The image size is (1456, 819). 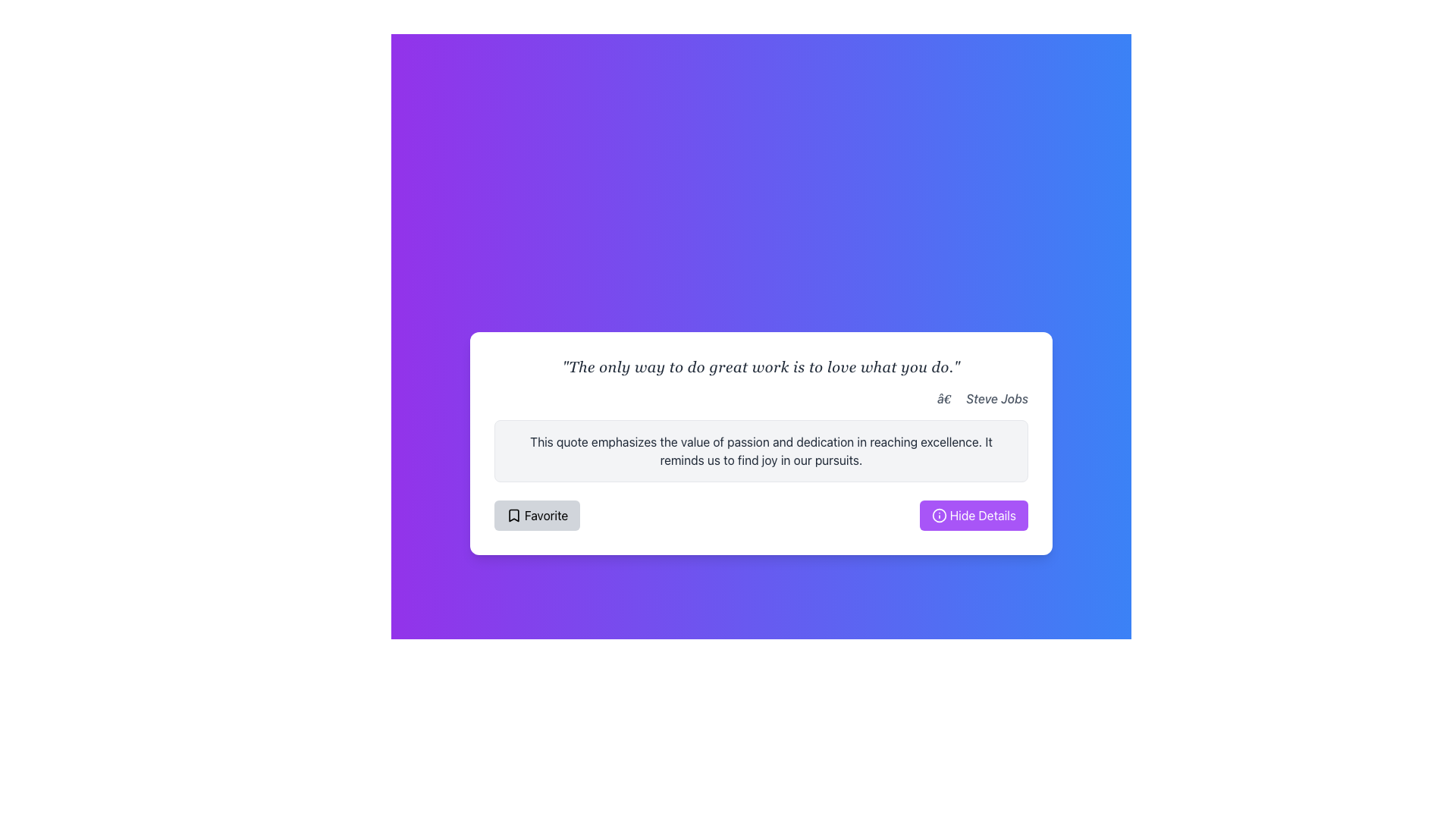 What do you see at coordinates (513, 514) in the screenshot?
I see `the 'Favorite' button icon, which visually represents bookmarking, for potential interaction` at bounding box center [513, 514].